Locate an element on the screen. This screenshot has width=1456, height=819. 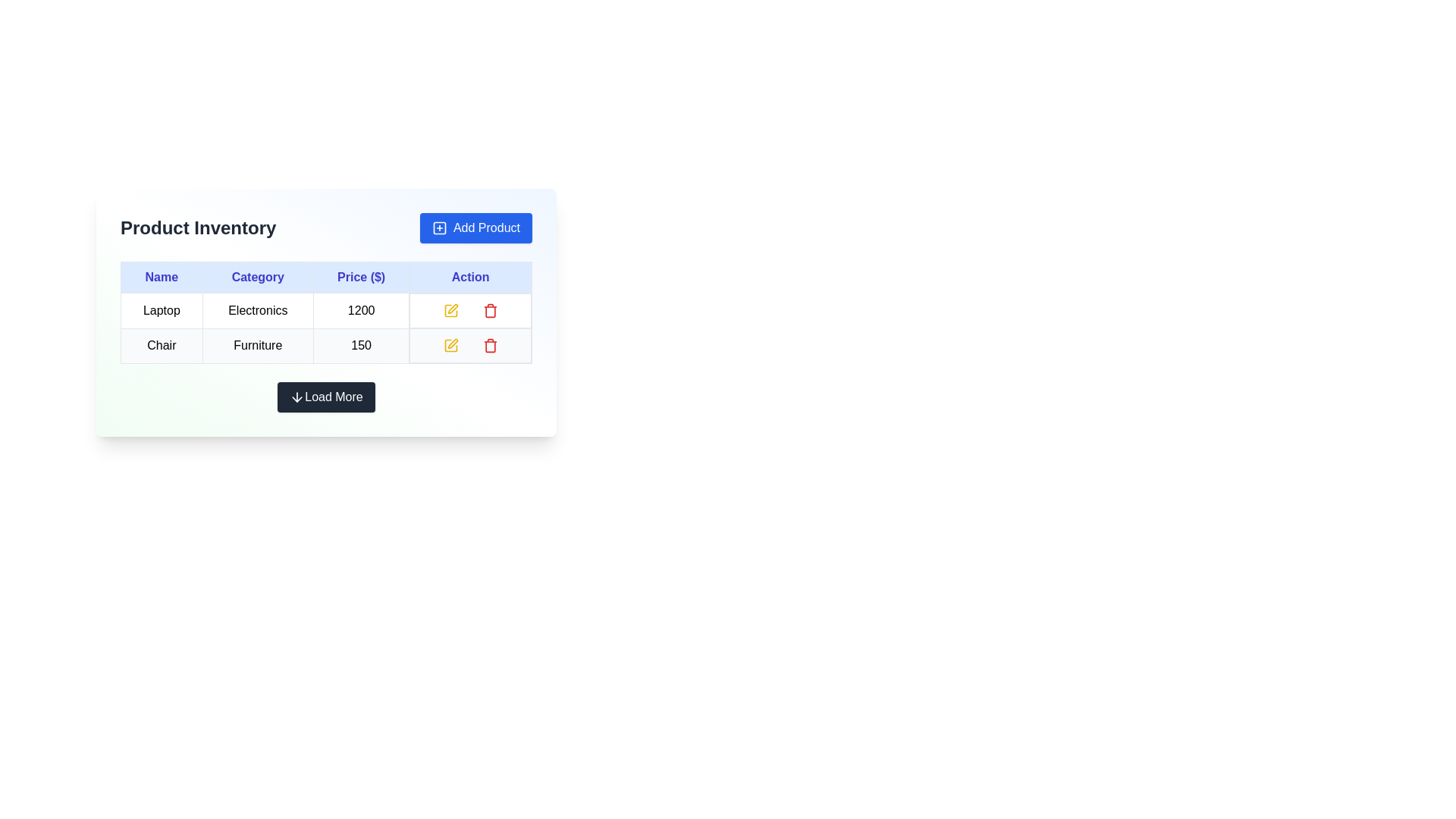
the icon indicating the interactive purpose of adding a new product, located to the left of the 'Add Product' text inside a blue button in the top-right corner of the interface is located at coordinates (439, 227).